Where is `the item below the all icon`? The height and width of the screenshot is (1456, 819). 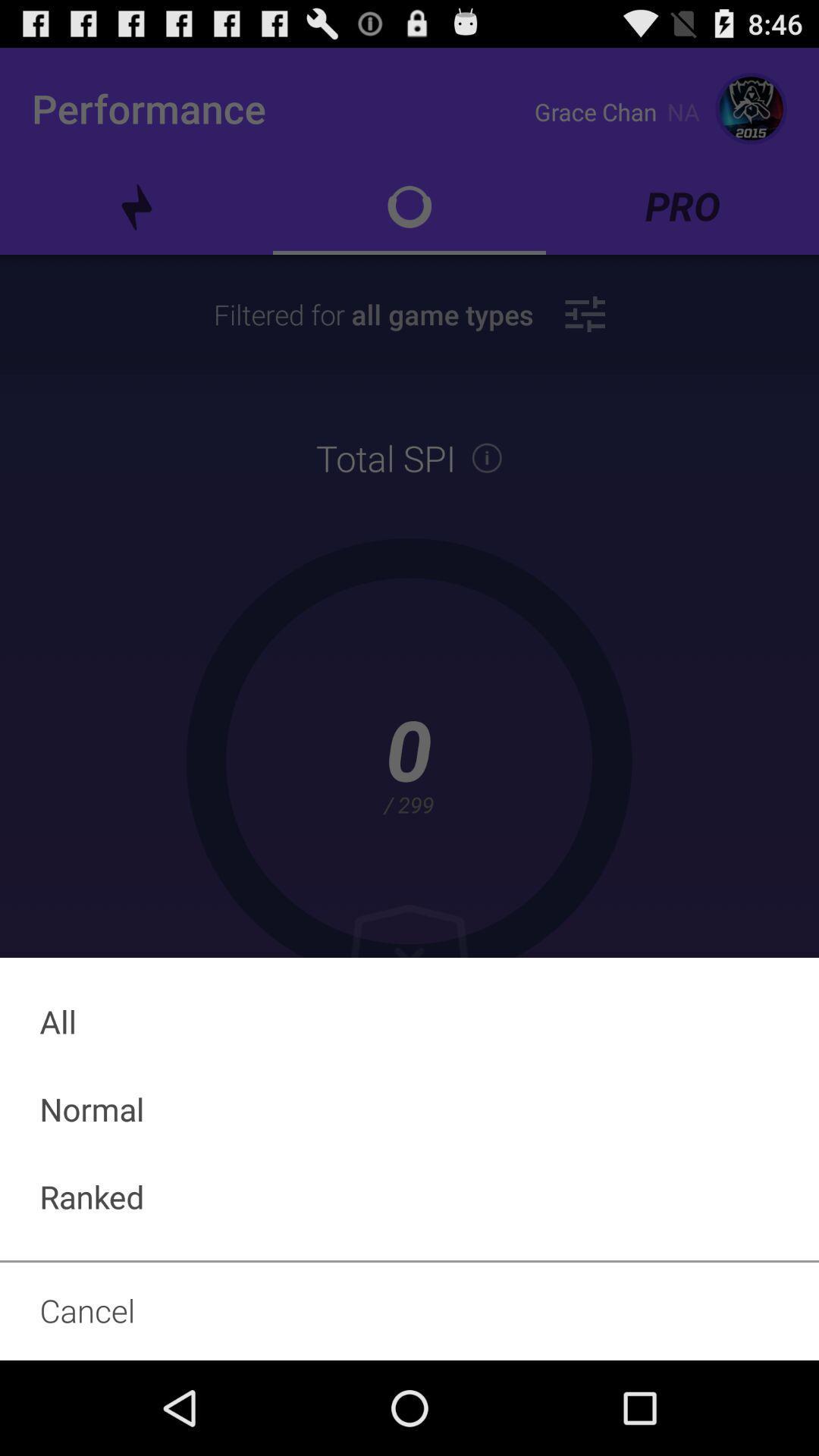 the item below the all icon is located at coordinates (409, 1109).